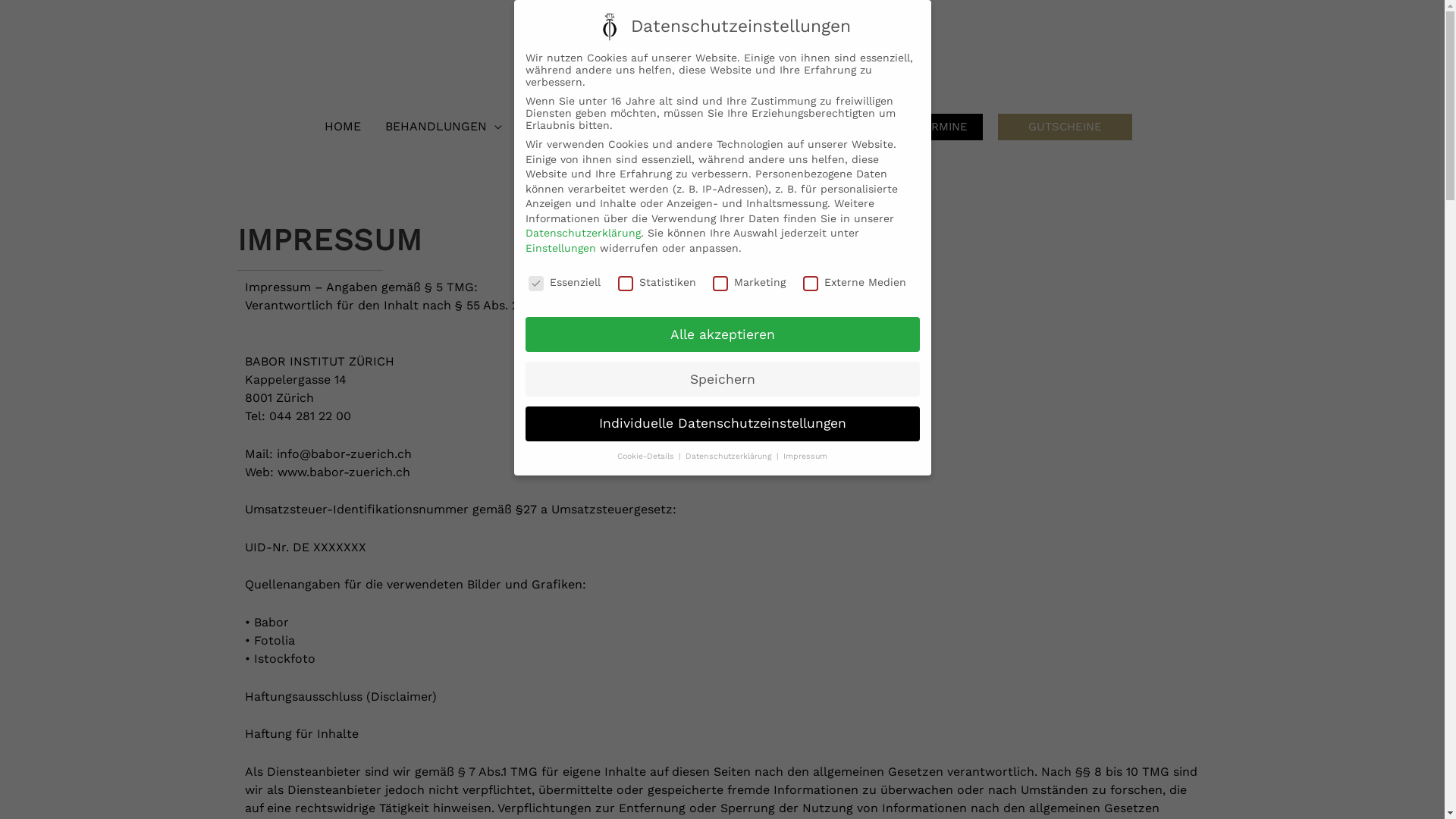  What do you see at coordinates (804, 455) in the screenshot?
I see `'Impressum'` at bounding box center [804, 455].